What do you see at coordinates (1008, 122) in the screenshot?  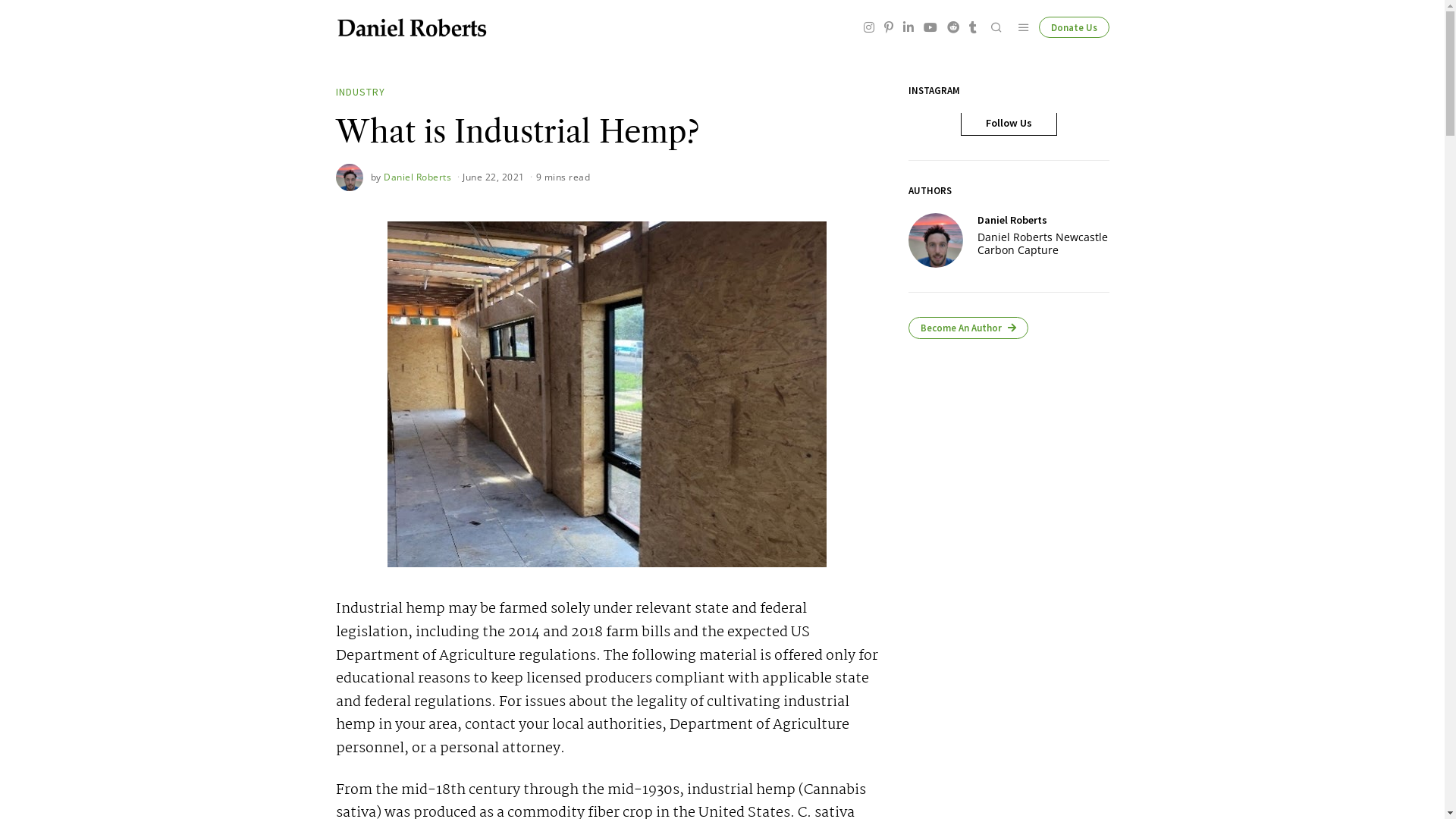 I see `'Follow Us'` at bounding box center [1008, 122].